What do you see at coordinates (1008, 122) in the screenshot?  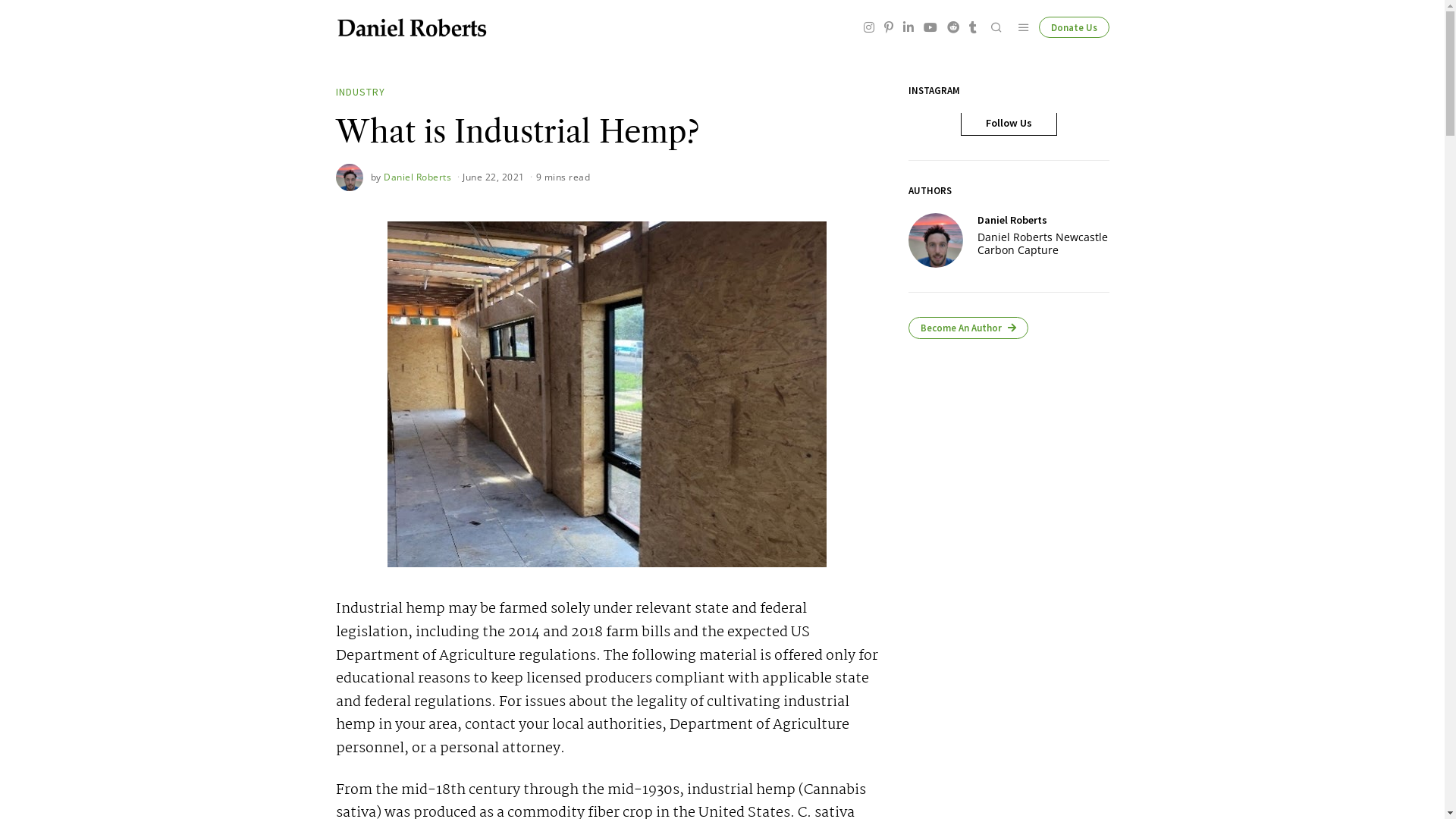 I see `'Follow Us'` at bounding box center [1008, 122].